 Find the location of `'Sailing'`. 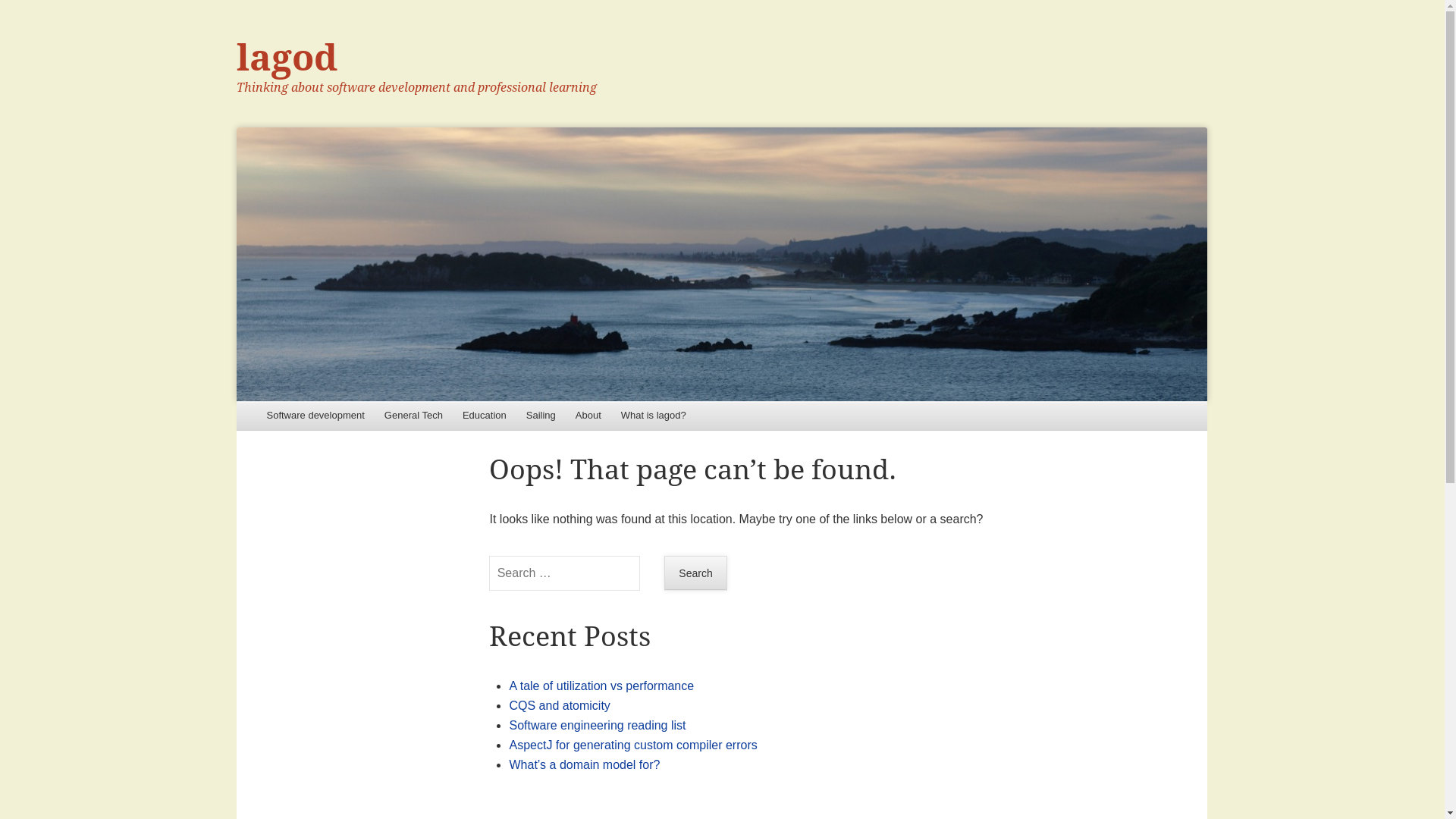

'Sailing' is located at coordinates (541, 416).